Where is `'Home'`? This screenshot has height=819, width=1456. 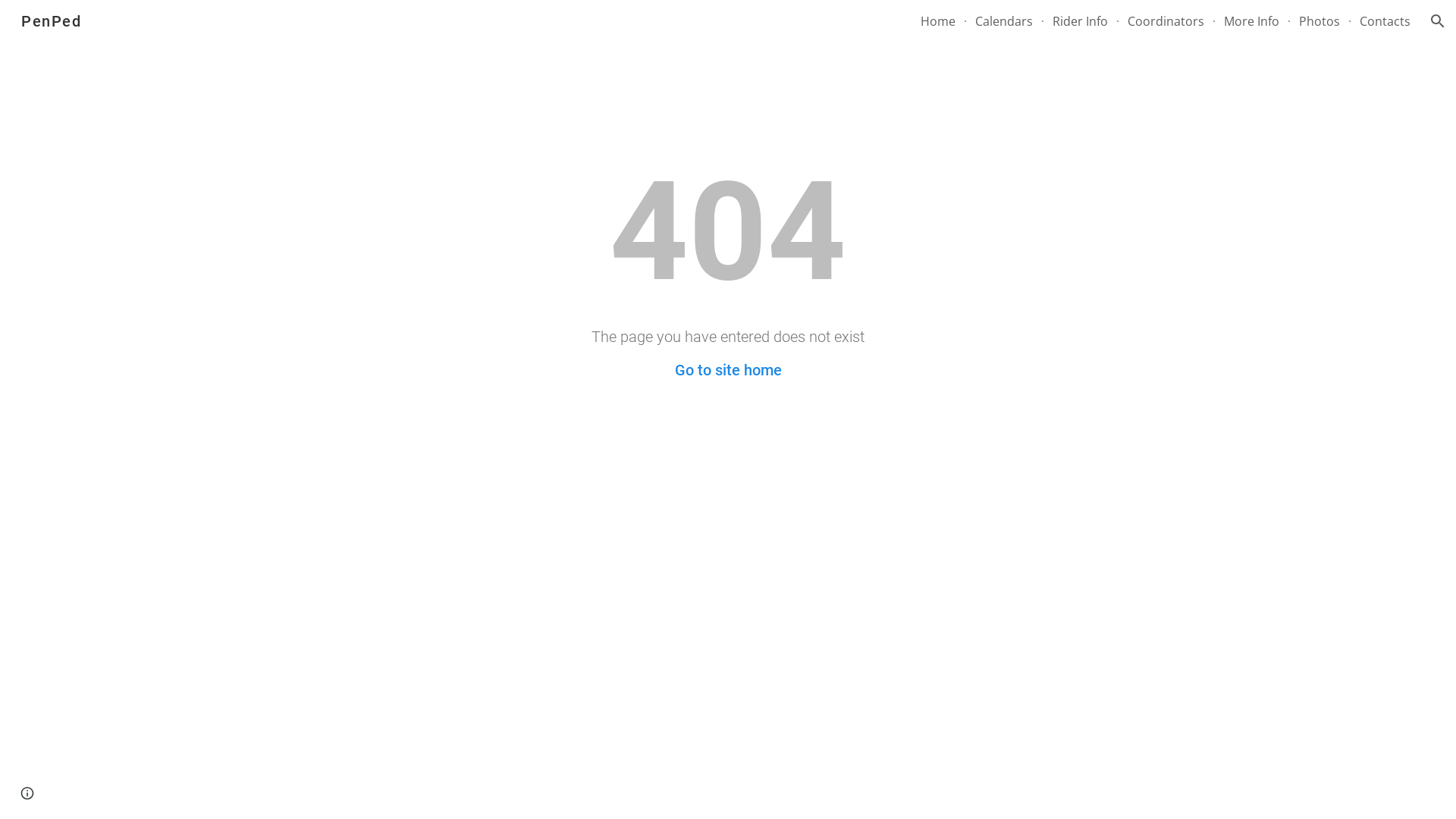
'Home' is located at coordinates (937, 20).